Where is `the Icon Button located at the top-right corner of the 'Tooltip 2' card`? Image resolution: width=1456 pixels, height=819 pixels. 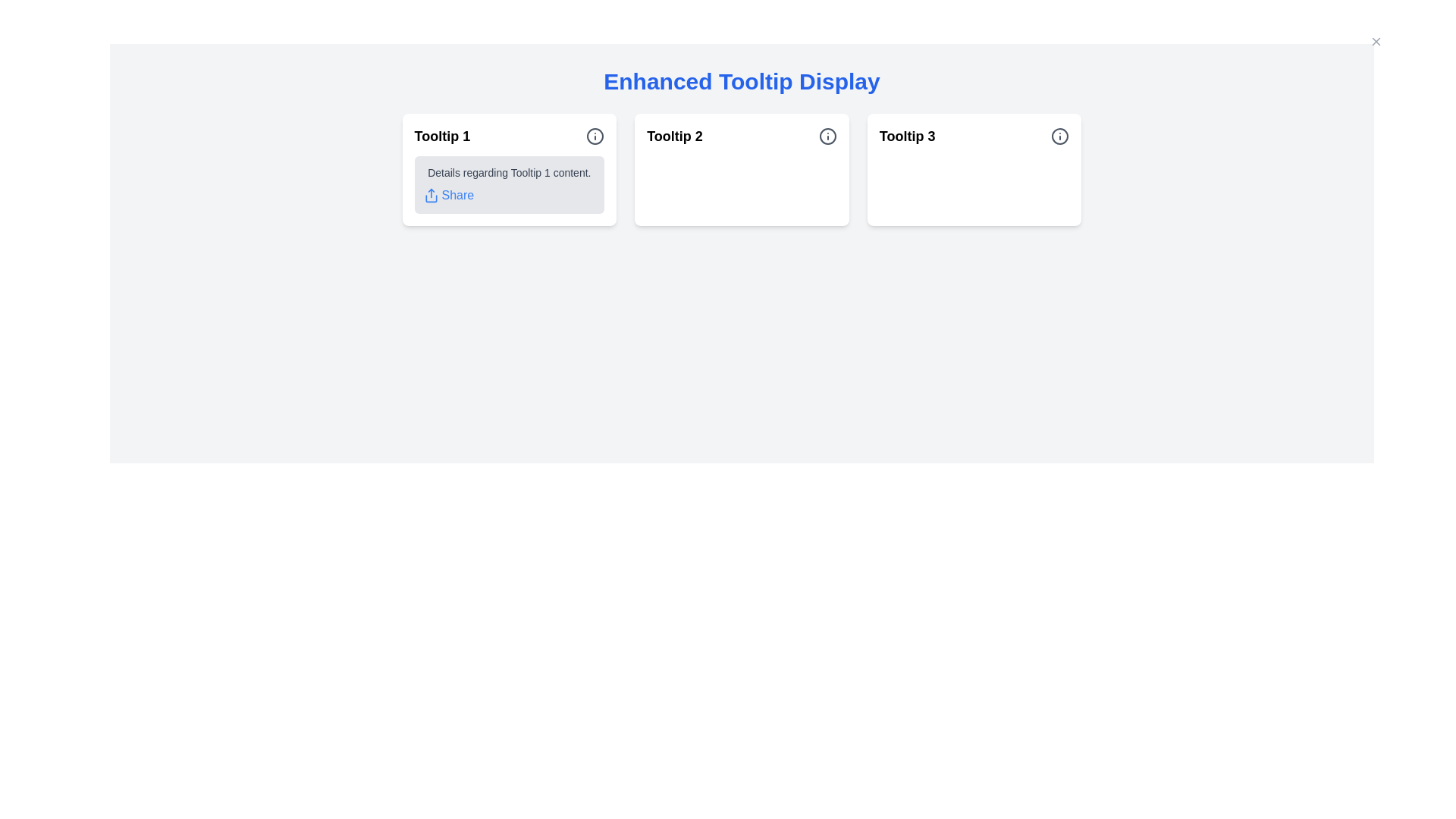 the Icon Button located at the top-right corner of the 'Tooltip 2' card is located at coordinates (827, 136).